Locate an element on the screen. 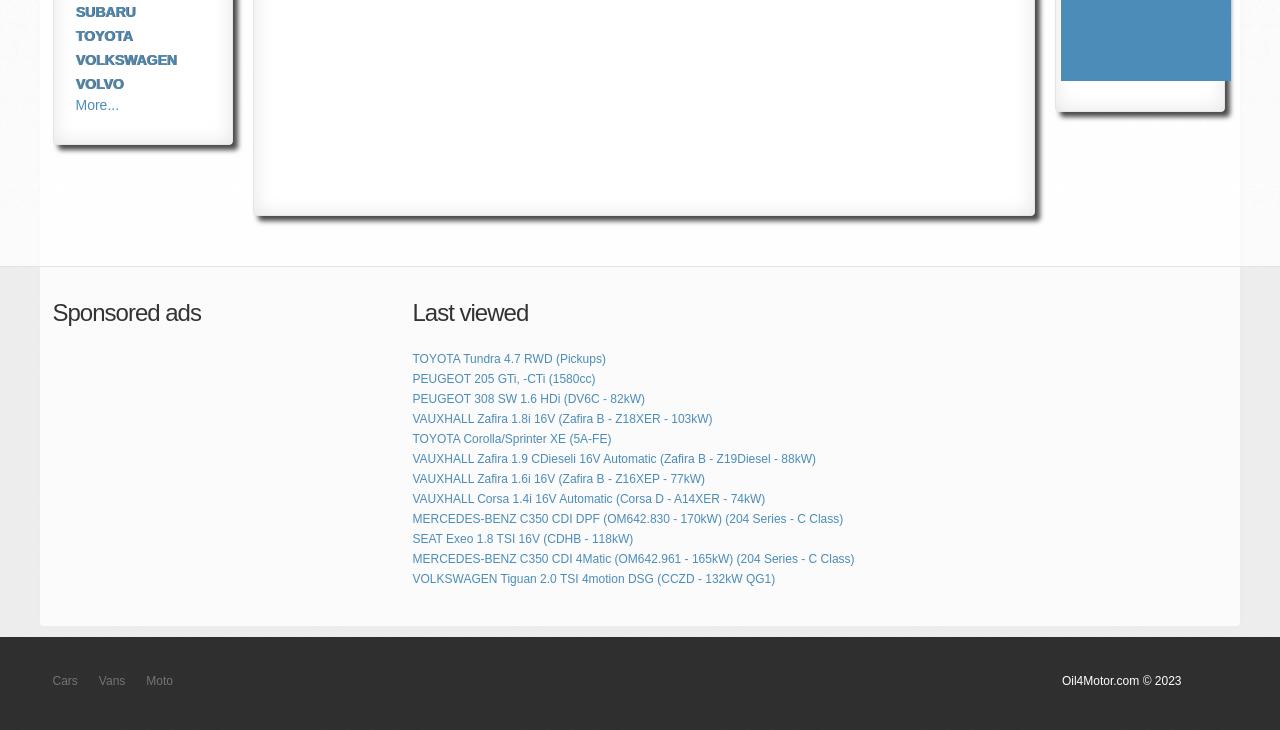  'Vans' is located at coordinates (110, 681).